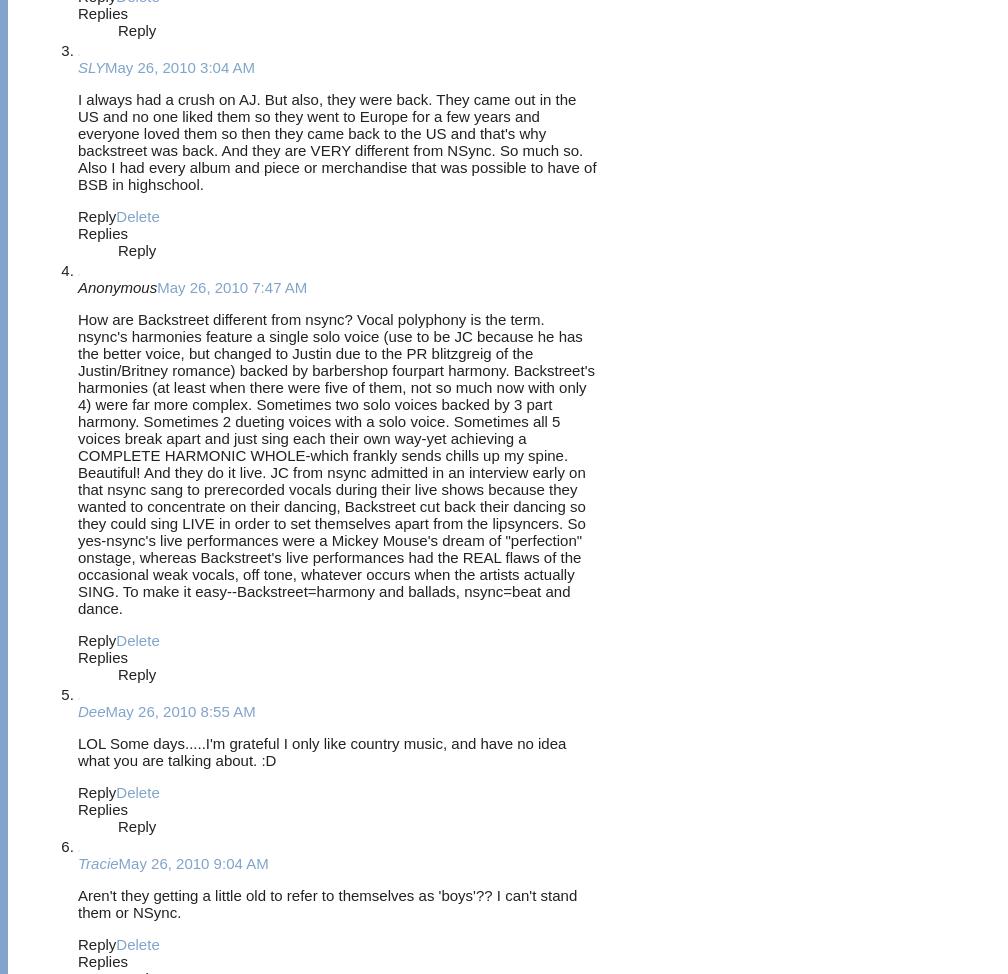 This screenshot has width=1008, height=974. Describe the element at coordinates (157, 285) in the screenshot. I see `'May 26, 2010 7:47 AM'` at that location.